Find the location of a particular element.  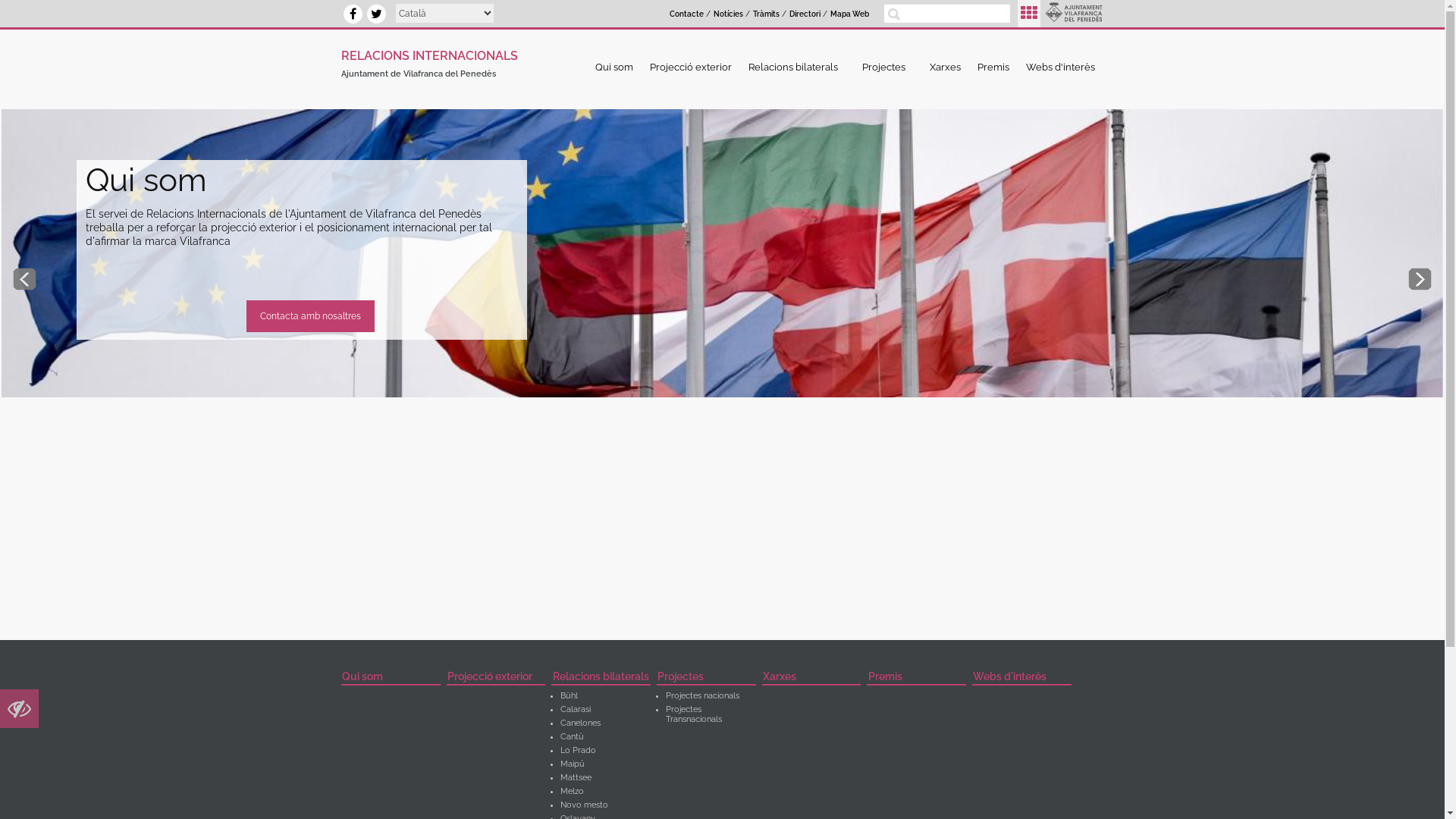

'Directori' is located at coordinates (804, 14).